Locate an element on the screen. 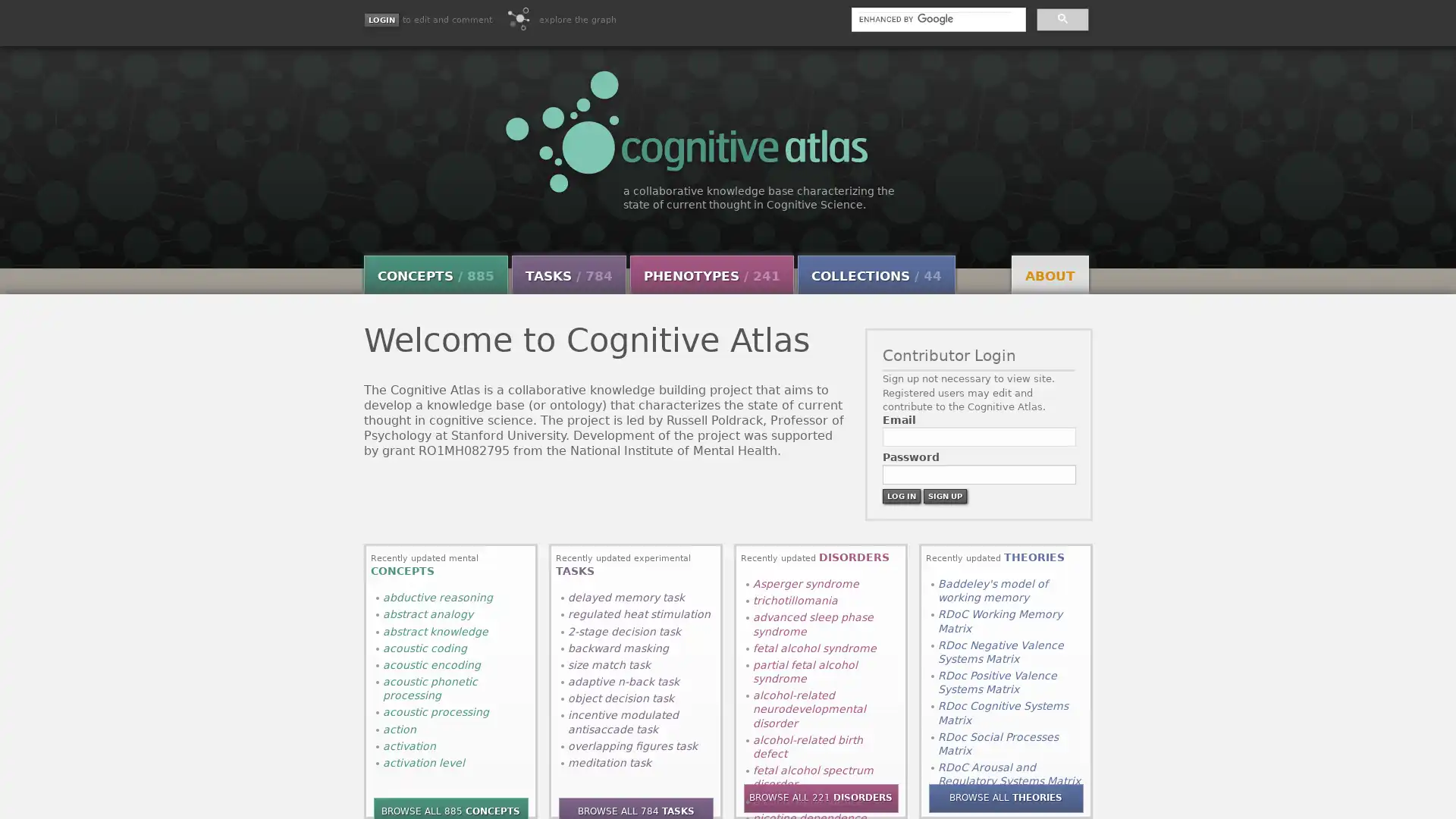 This screenshot has width=1456, height=819. SIGN UP is located at coordinates (943, 495).